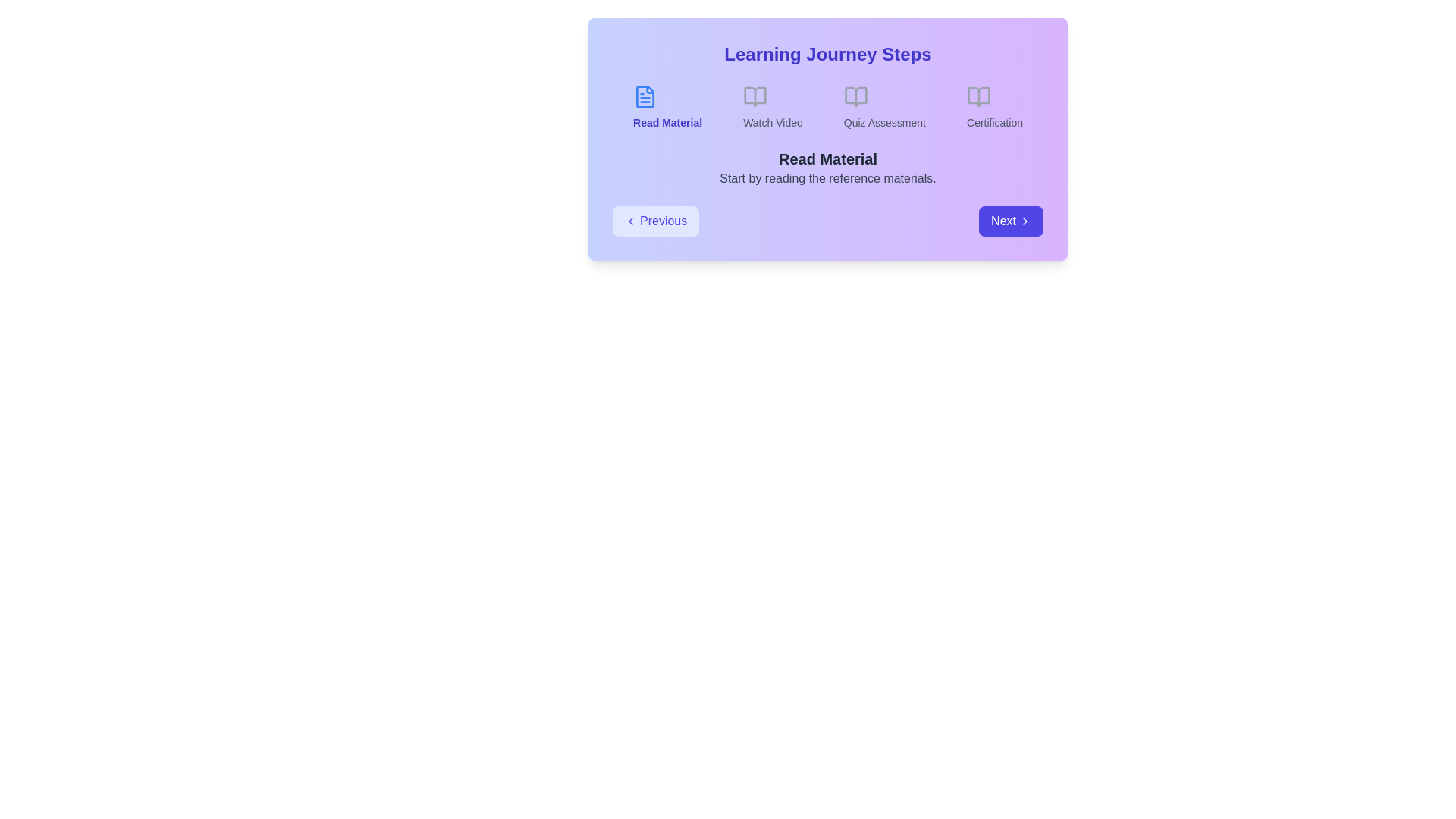 This screenshot has height=819, width=1456. Describe the element at coordinates (884, 122) in the screenshot. I see `the text label displaying 'Quiz Assessment' which is centered below an icon of an open book` at that location.